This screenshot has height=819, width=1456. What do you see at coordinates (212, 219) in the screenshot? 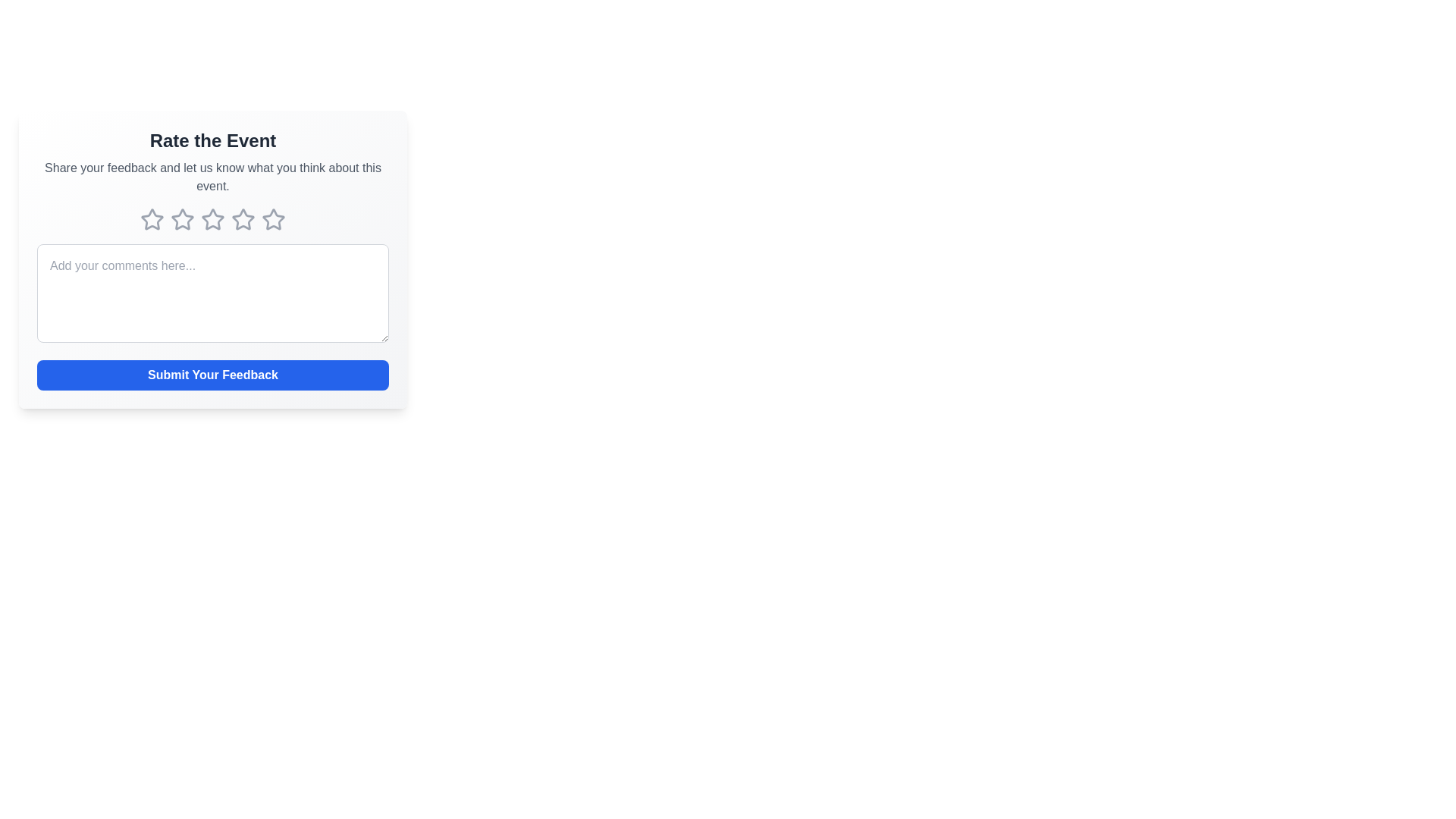
I see `the third star in the star rating component to set a rating for the event, which is located in the 'Rate the Event' section` at bounding box center [212, 219].